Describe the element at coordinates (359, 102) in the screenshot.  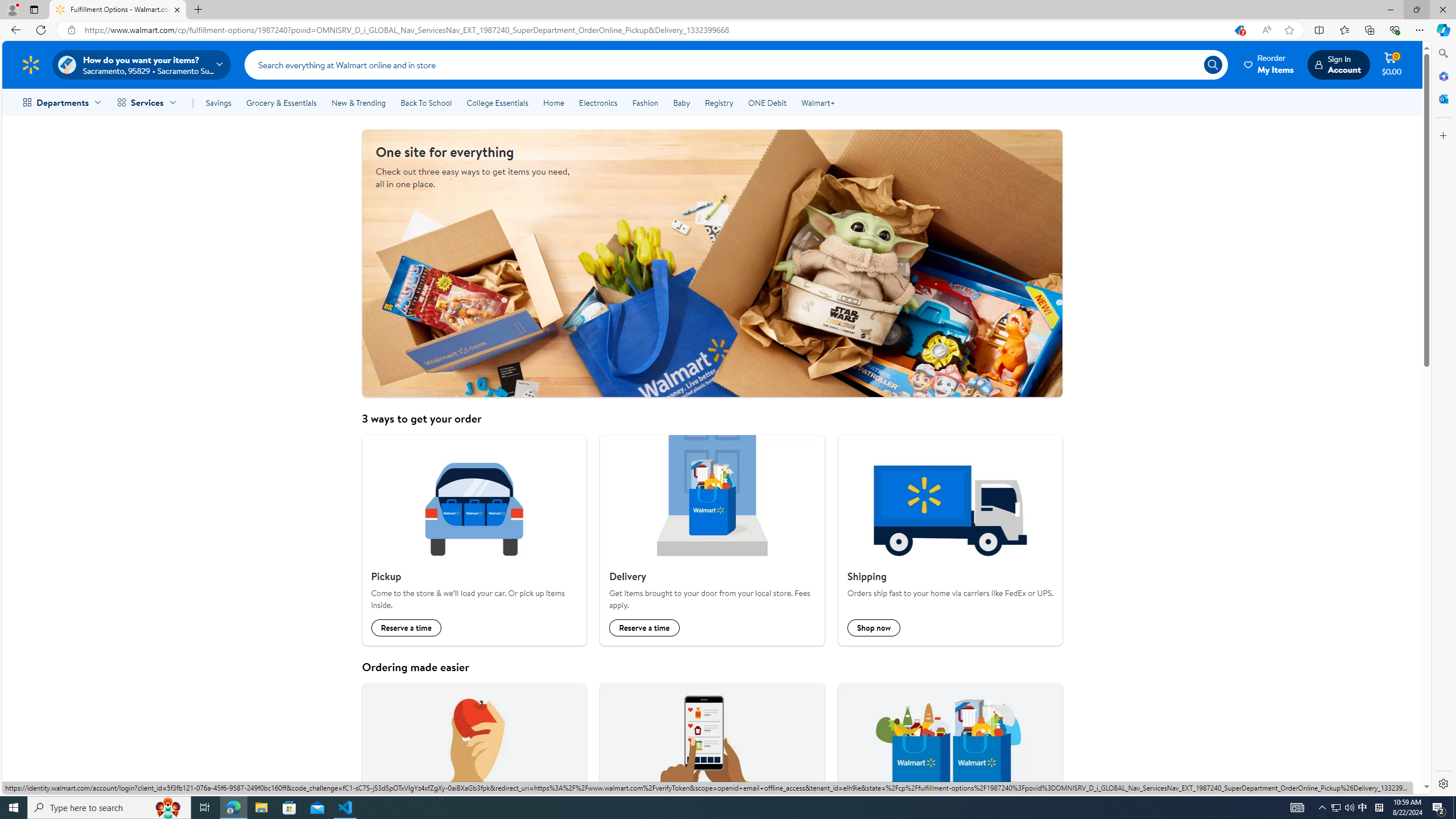
I see `'New & Trending'` at that location.